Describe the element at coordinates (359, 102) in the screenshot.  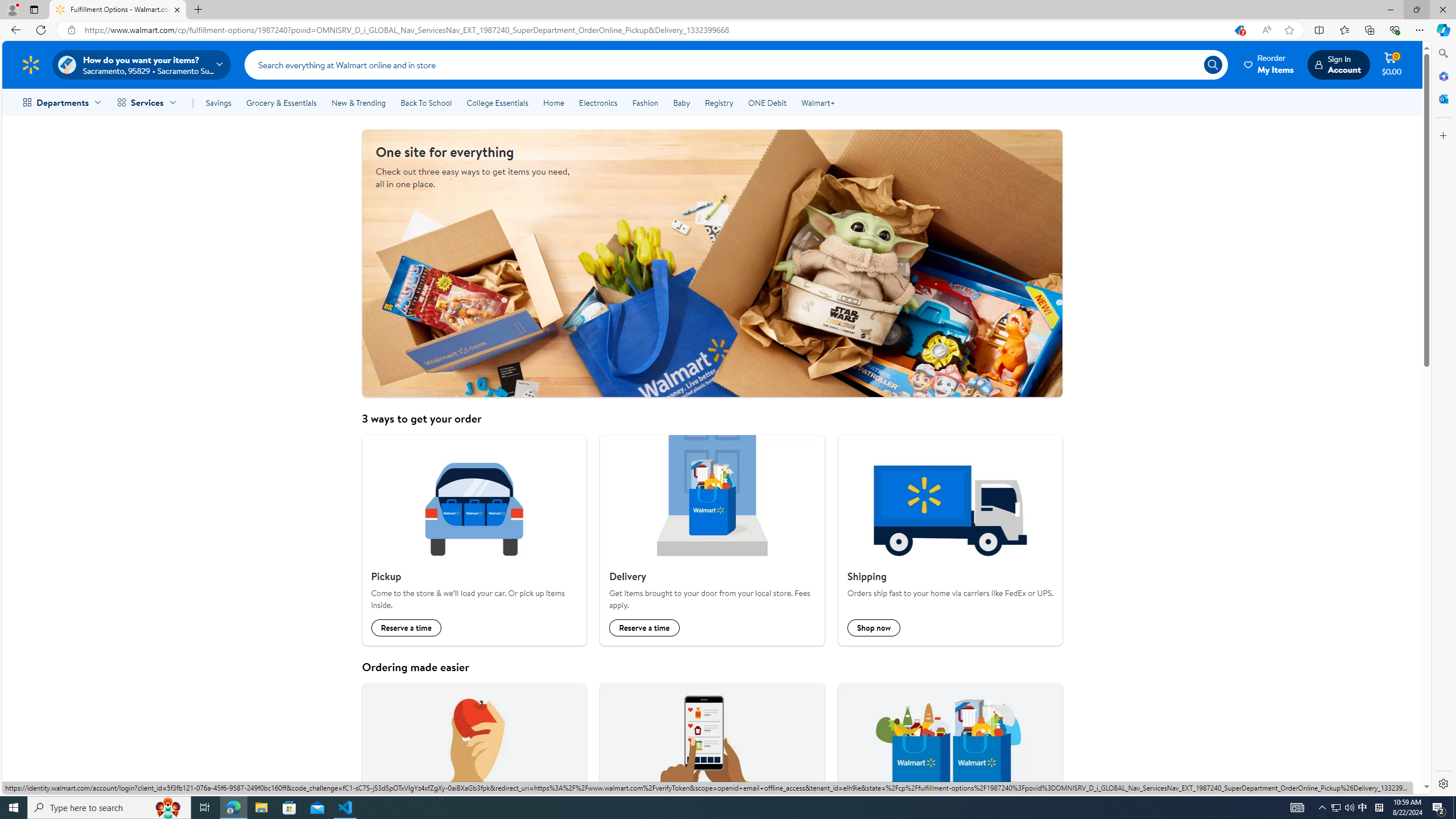
I see `'New & Trending'` at that location.